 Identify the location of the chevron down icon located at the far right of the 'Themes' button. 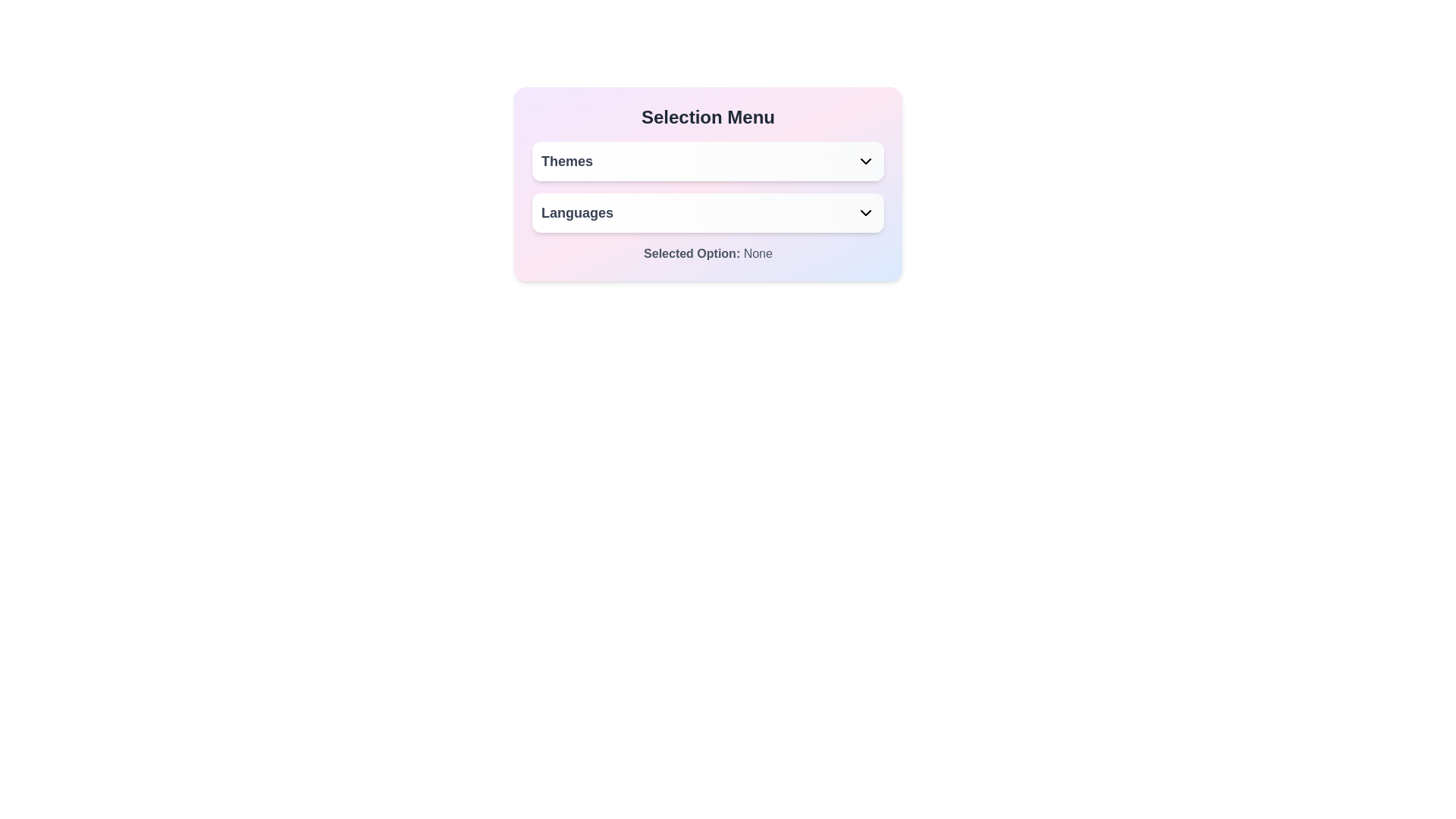
(866, 161).